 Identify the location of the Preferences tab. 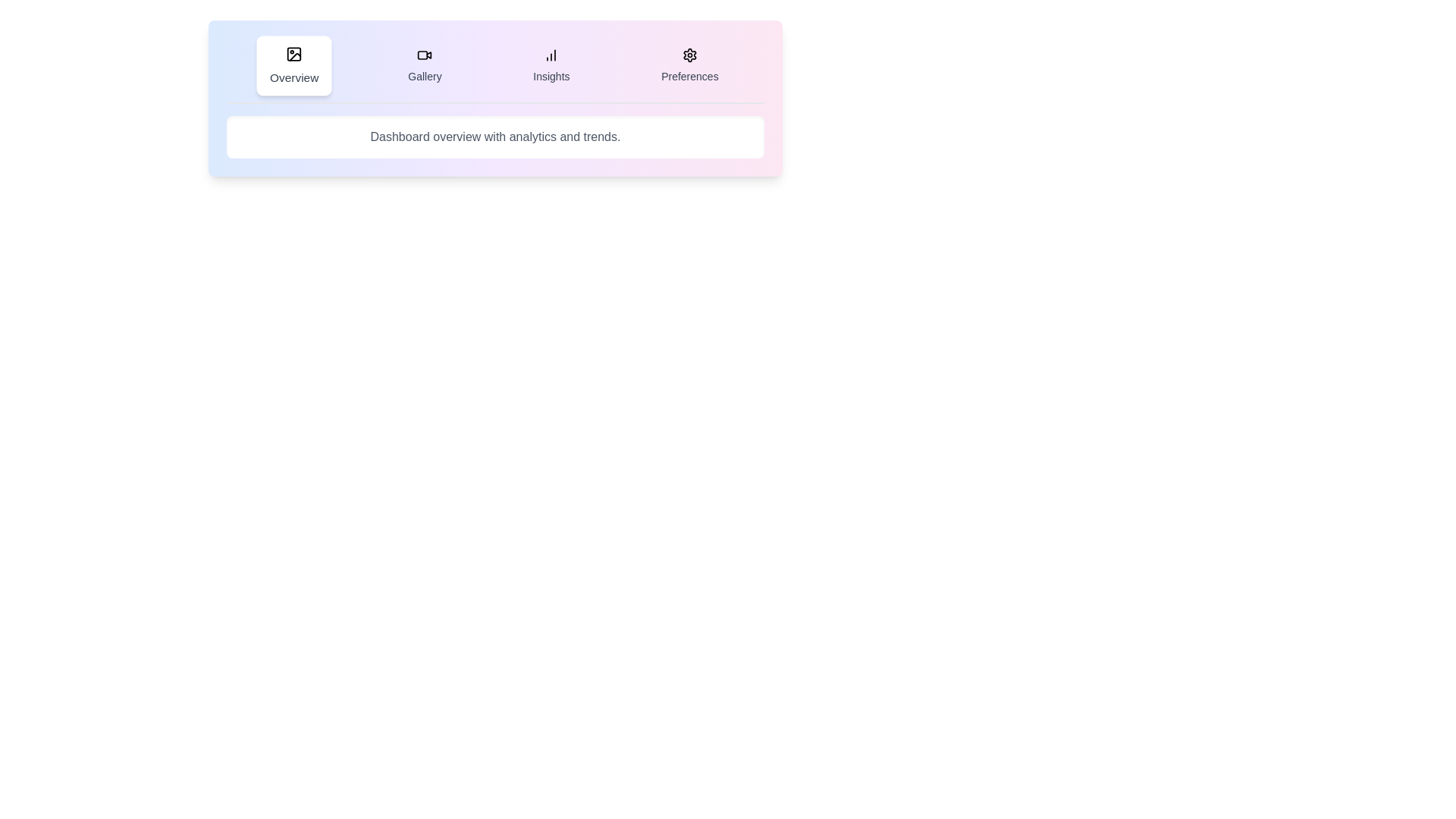
(689, 65).